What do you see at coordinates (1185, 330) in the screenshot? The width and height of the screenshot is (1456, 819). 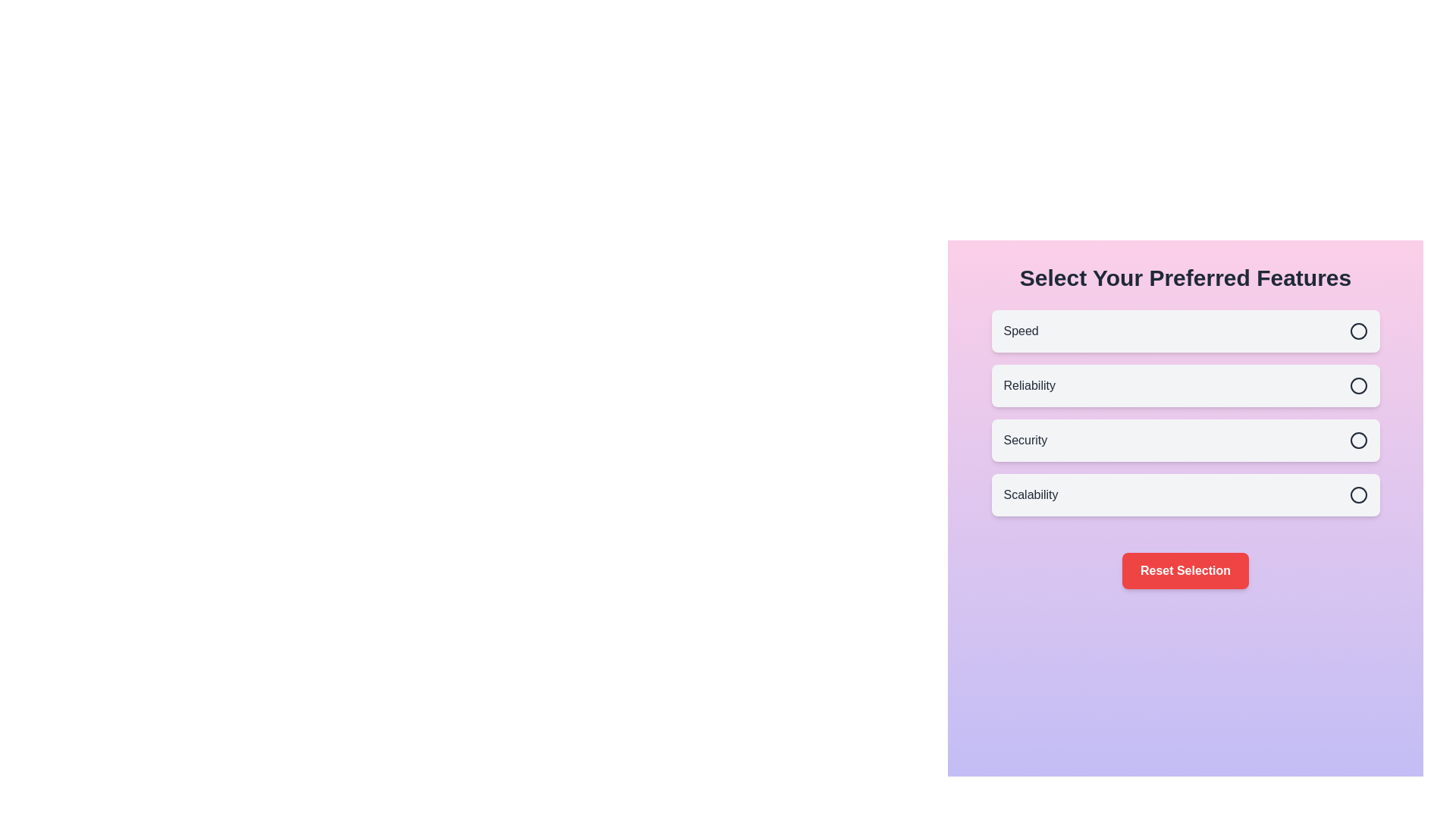 I see `the feature Speed` at bounding box center [1185, 330].